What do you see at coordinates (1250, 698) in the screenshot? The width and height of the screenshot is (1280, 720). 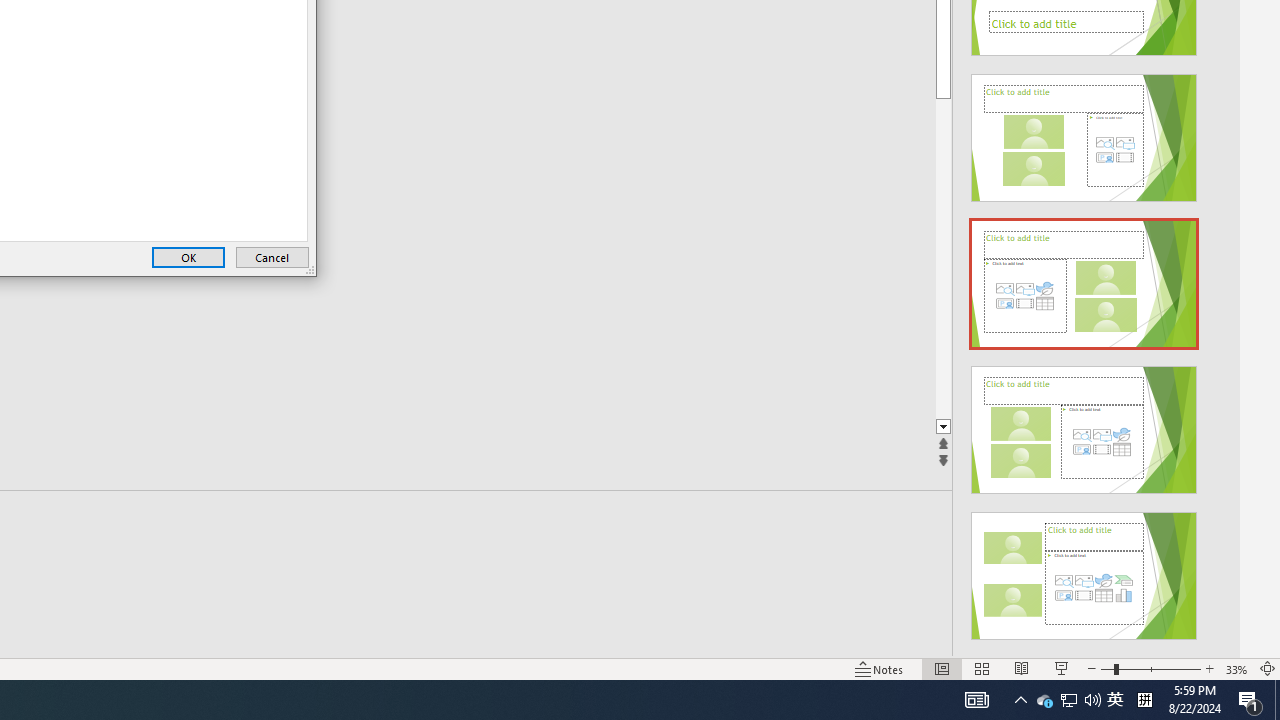 I see `'Action Center, 1 new notification'` at bounding box center [1250, 698].